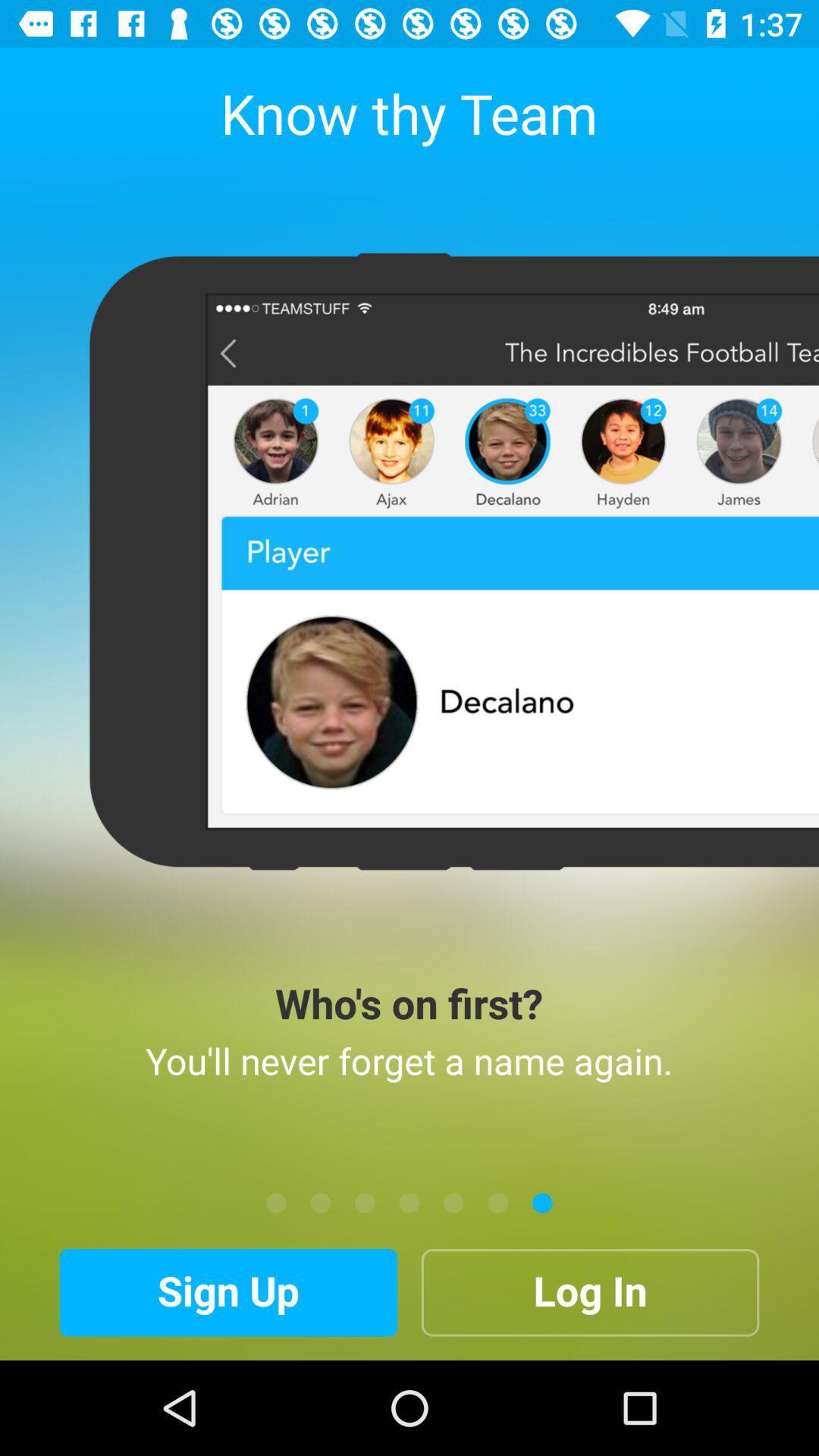 The image size is (819, 1456). Describe the element at coordinates (453, 1202) in the screenshot. I see `current page` at that location.